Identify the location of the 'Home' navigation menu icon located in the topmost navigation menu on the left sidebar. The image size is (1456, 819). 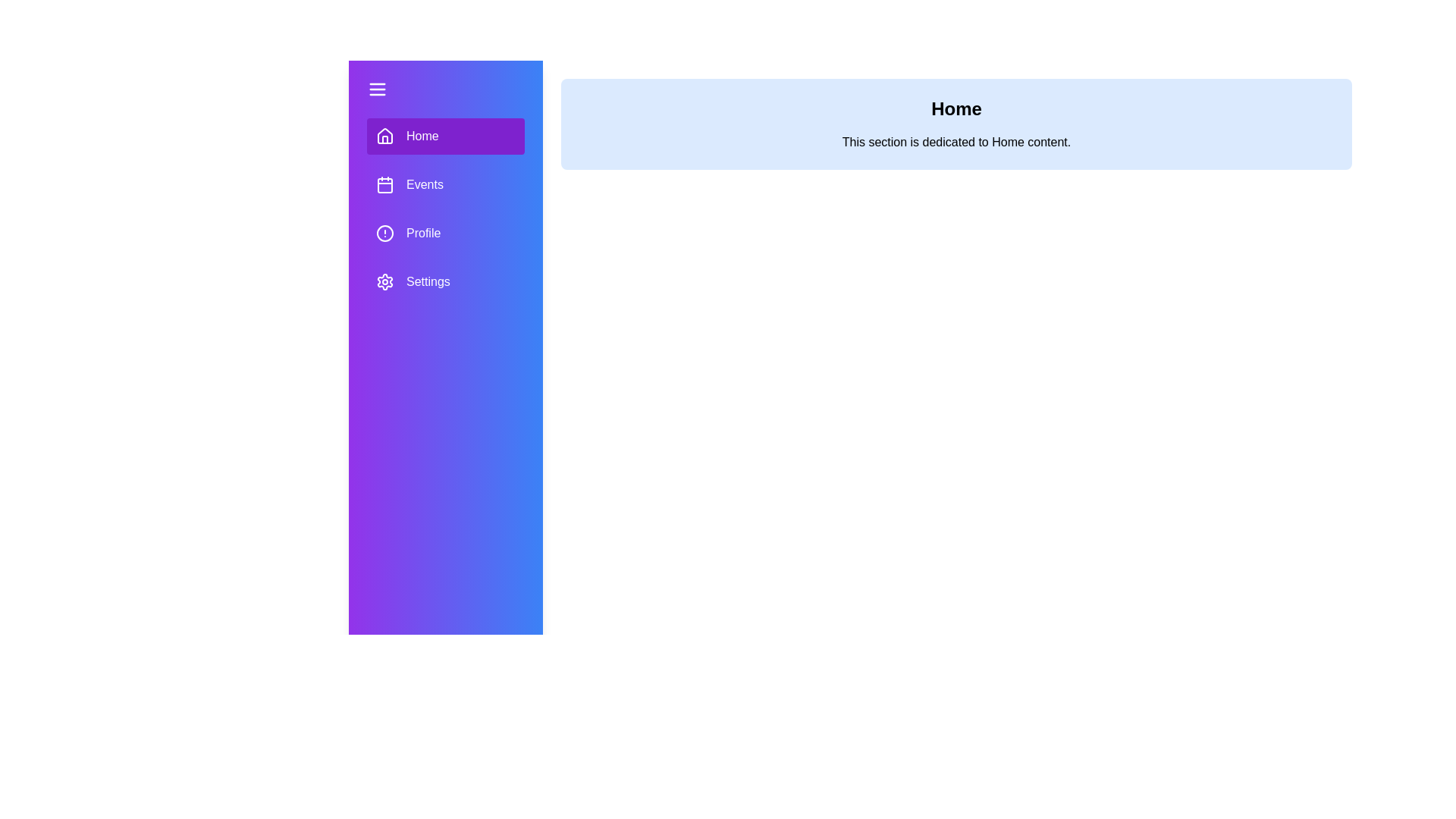
(385, 136).